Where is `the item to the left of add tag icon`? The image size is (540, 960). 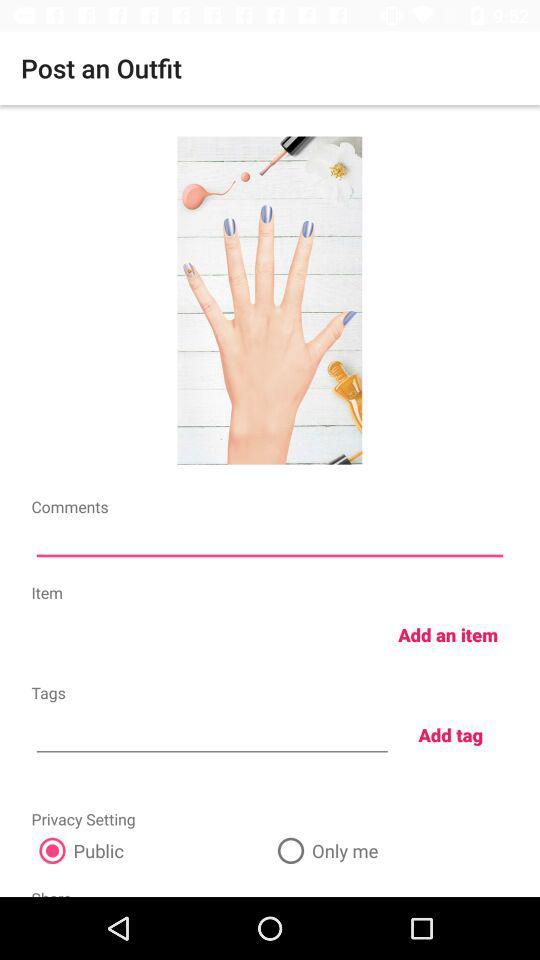
the item to the left of add tag icon is located at coordinates (211, 732).